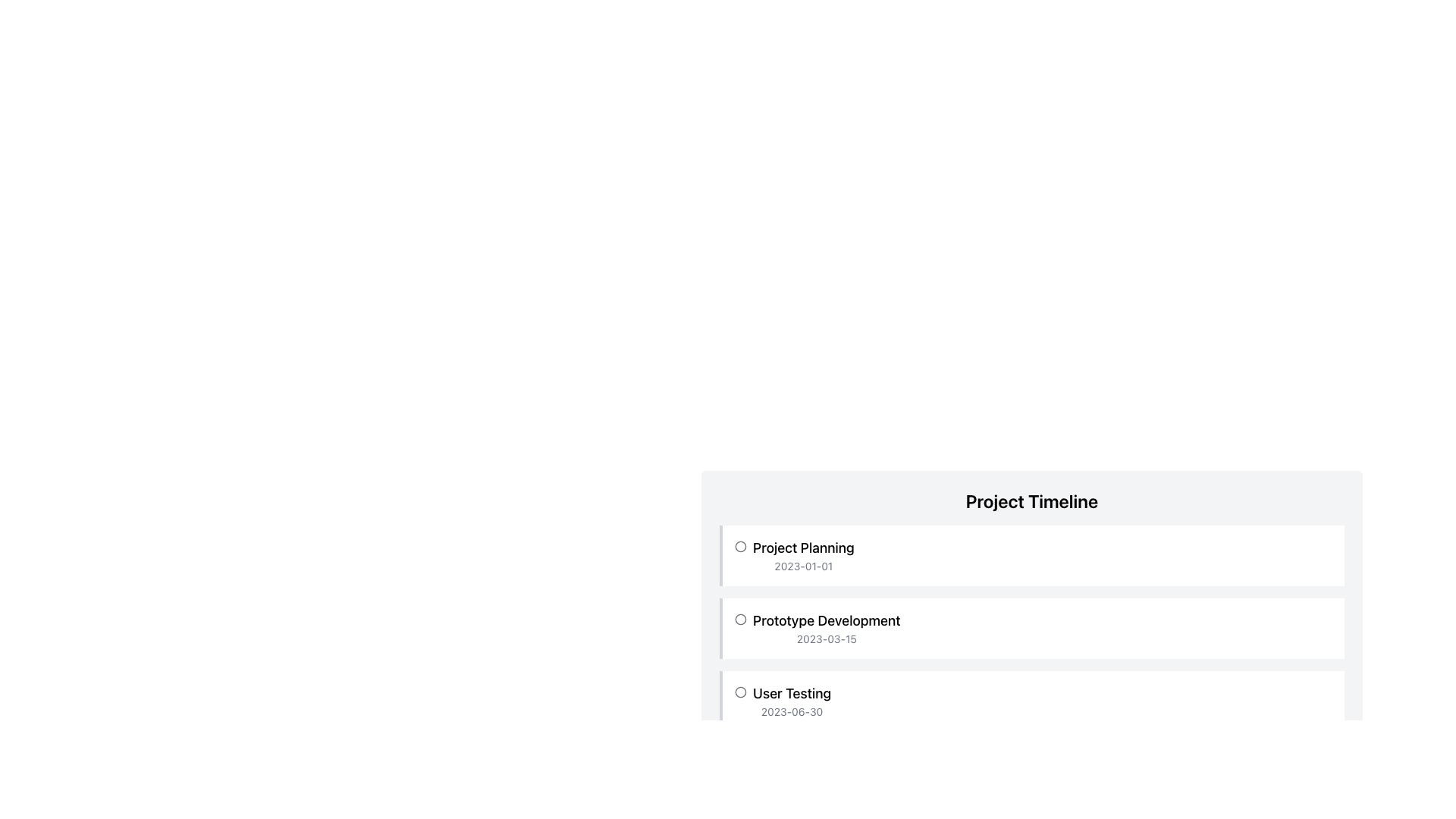  Describe the element at coordinates (741, 620) in the screenshot. I see `the inactive circular icon with a gray outline located to the left of the text 'Prototype Development' in the second row of the list` at that location.